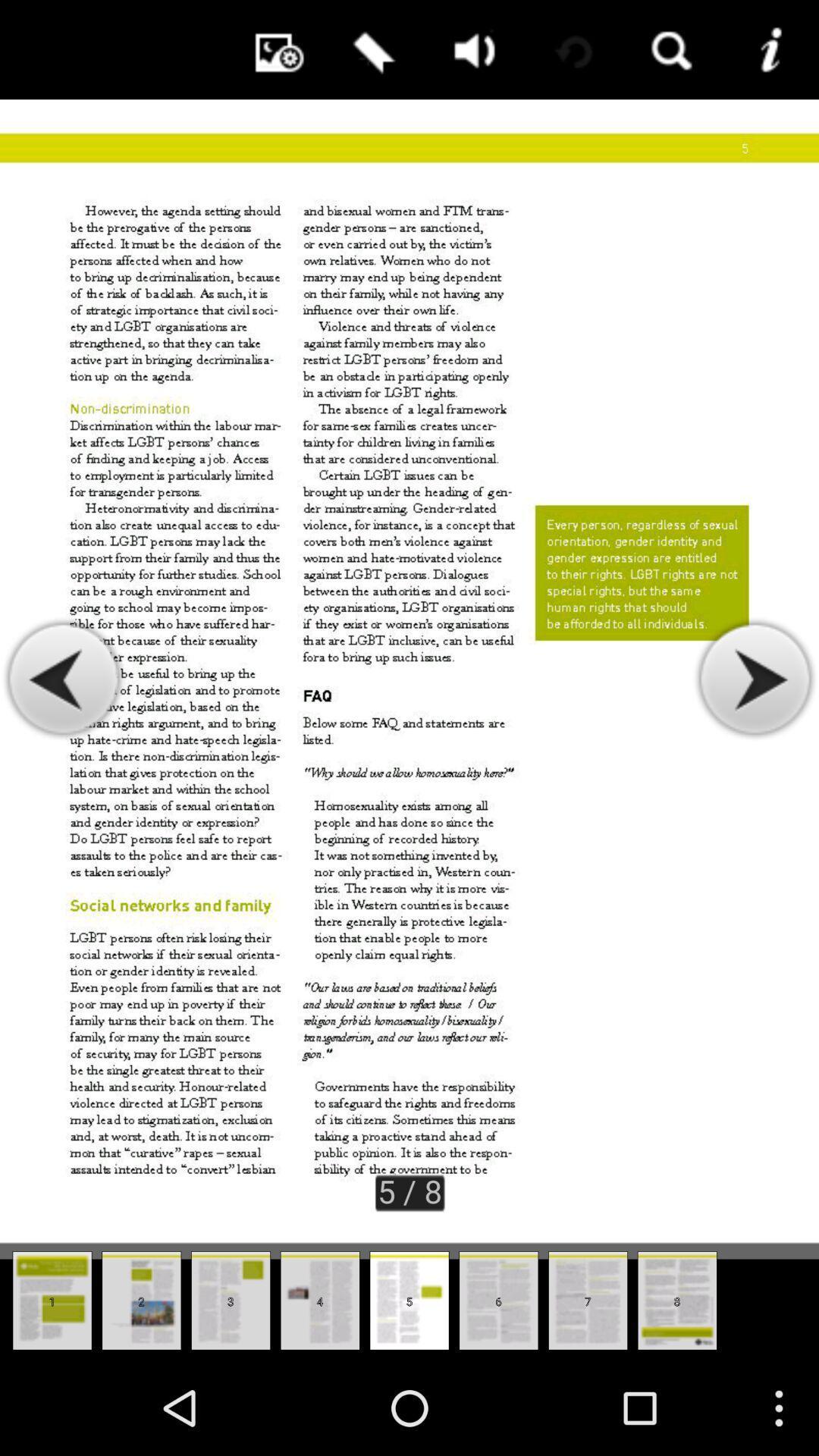 This screenshot has height=1456, width=819. I want to click on advance page, so click(754, 679).